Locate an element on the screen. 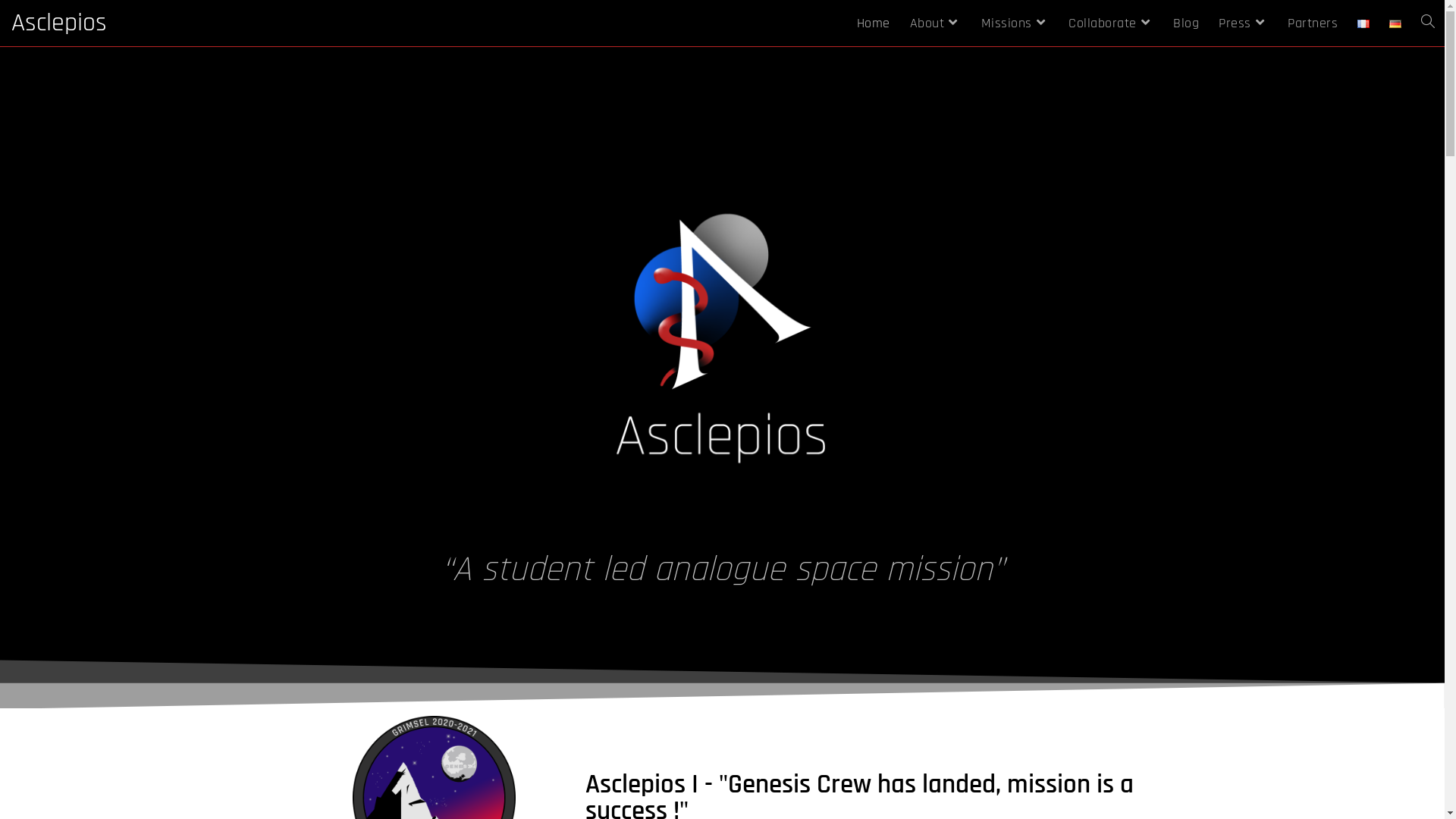  'About' is located at coordinates (899, 23).